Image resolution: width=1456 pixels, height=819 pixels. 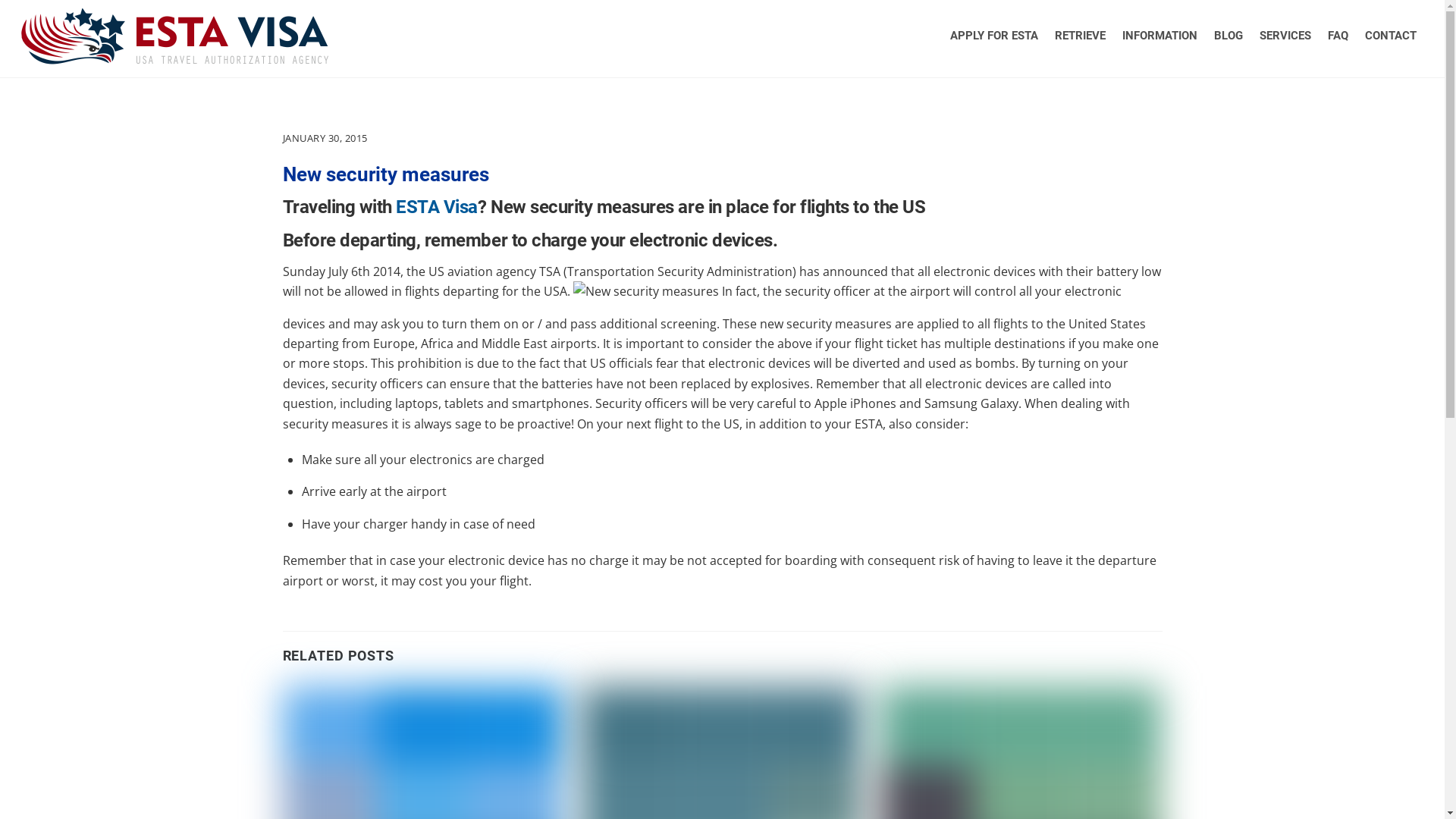 What do you see at coordinates (436, 207) in the screenshot?
I see `'ESTA Visa'` at bounding box center [436, 207].